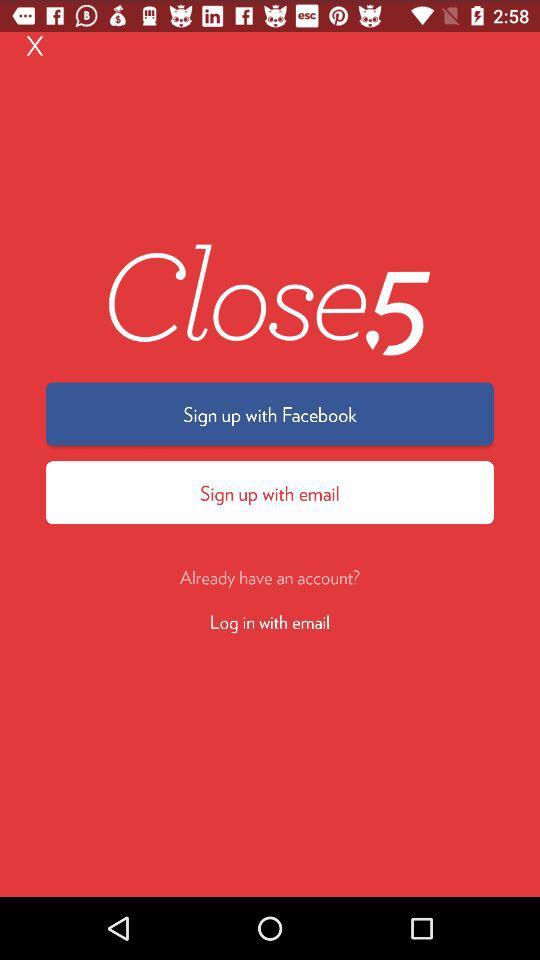 The height and width of the screenshot is (960, 540). What do you see at coordinates (270, 620) in the screenshot?
I see `the icon below the already have an item` at bounding box center [270, 620].